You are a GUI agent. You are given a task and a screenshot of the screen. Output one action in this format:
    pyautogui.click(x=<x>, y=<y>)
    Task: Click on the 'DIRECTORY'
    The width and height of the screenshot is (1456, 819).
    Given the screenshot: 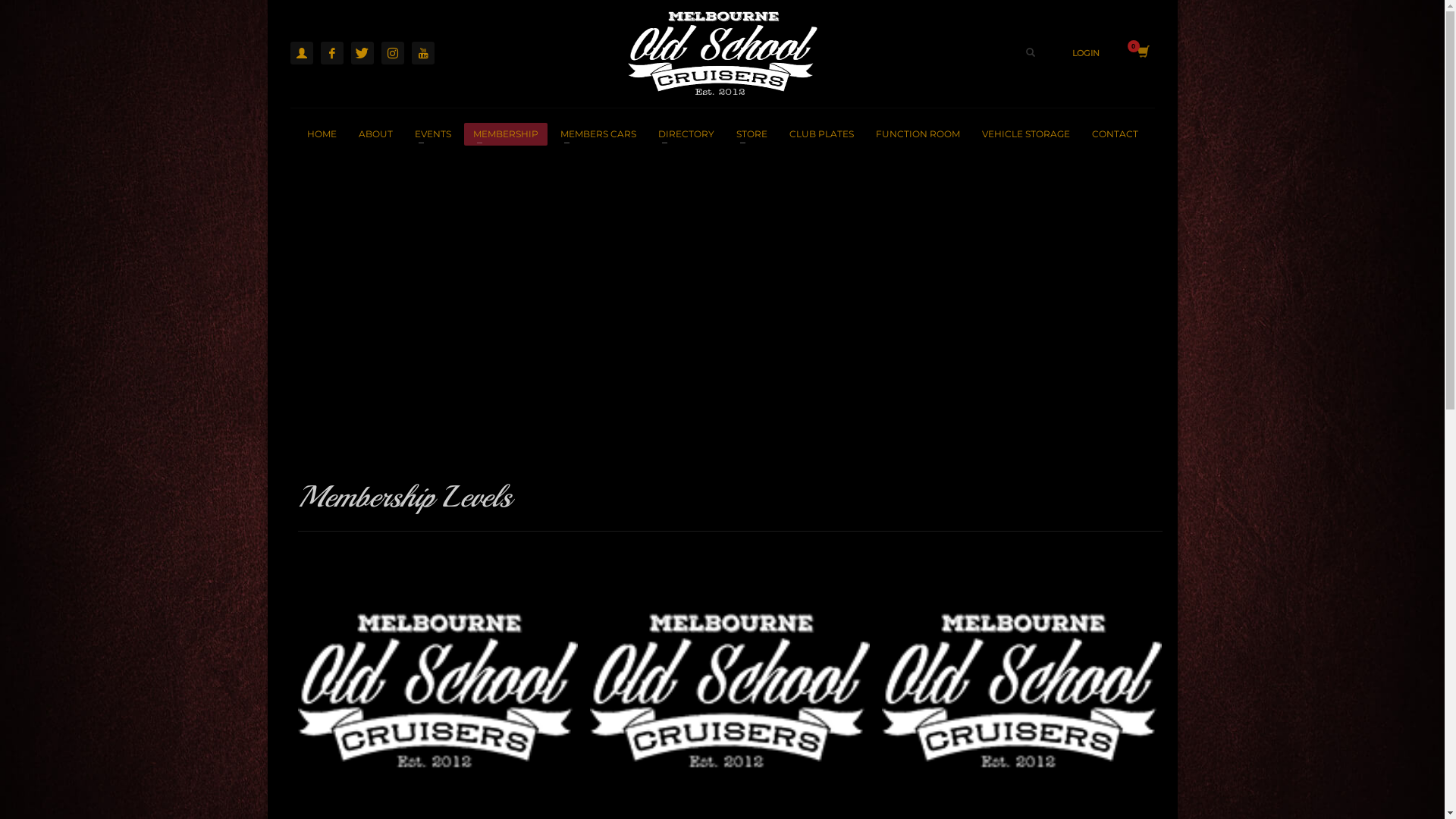 What is the action you would take?
    pyautogui.click(x=686, y=133)
    